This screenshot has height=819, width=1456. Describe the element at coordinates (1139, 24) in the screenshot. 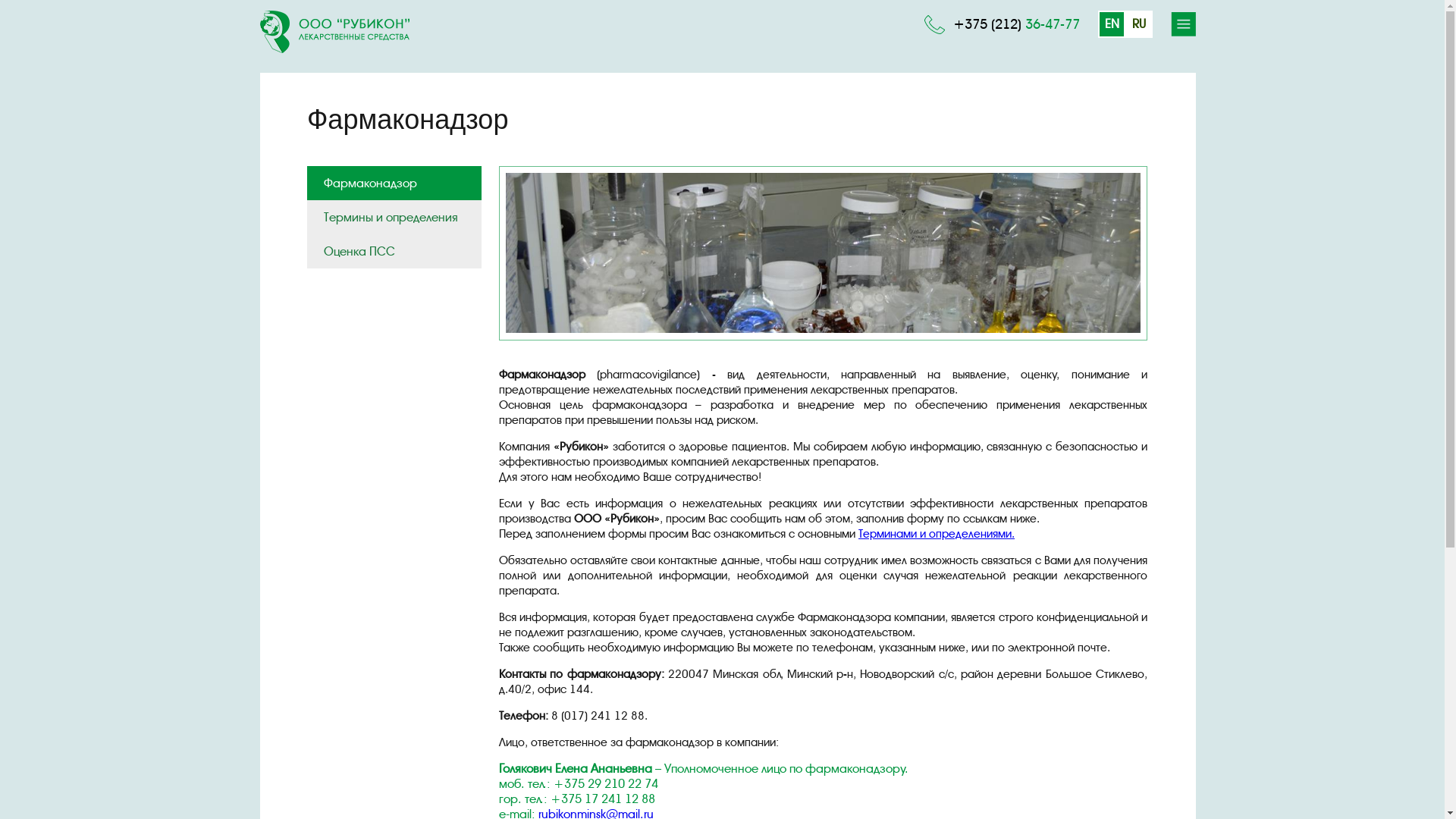

I see `'RU'` at that location.